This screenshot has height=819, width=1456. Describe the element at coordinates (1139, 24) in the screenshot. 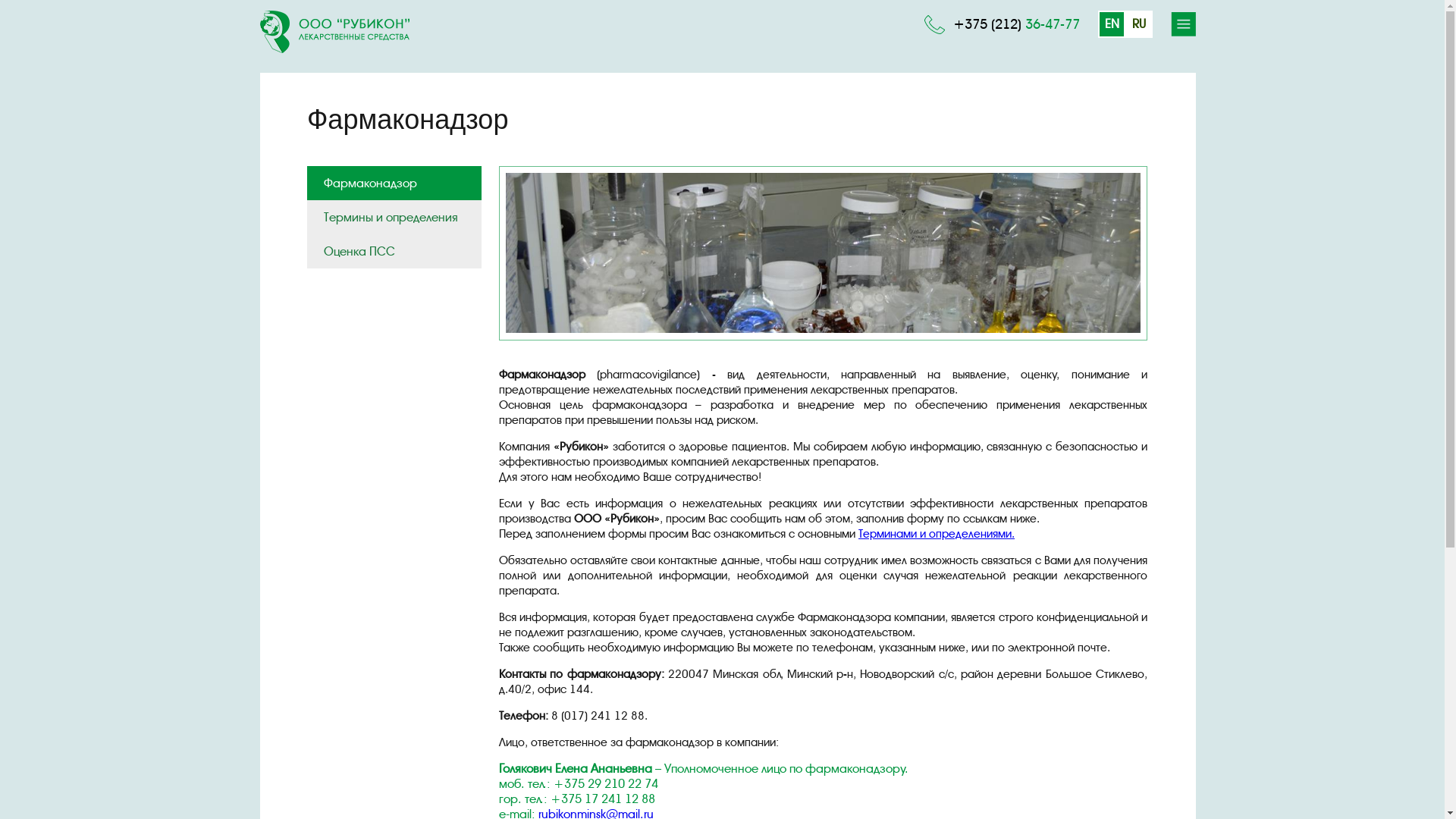

I see `'RU'` at that location.